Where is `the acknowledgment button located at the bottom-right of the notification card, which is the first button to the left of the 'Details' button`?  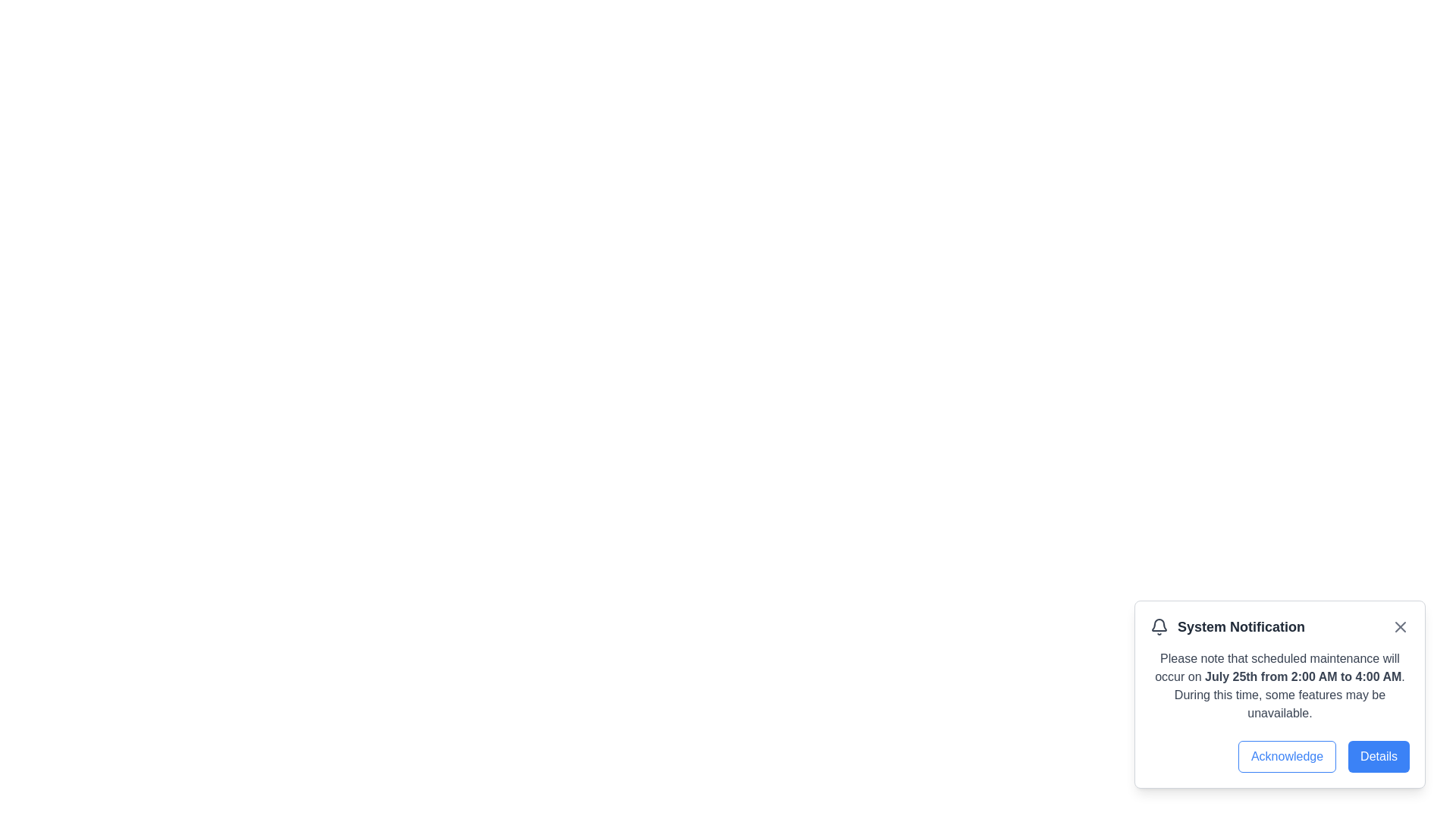
the acknowledgment button located at the bottom-right of the notification card, which is the first button to the left of the 'Details' button is located at coordinates (1286, 757).